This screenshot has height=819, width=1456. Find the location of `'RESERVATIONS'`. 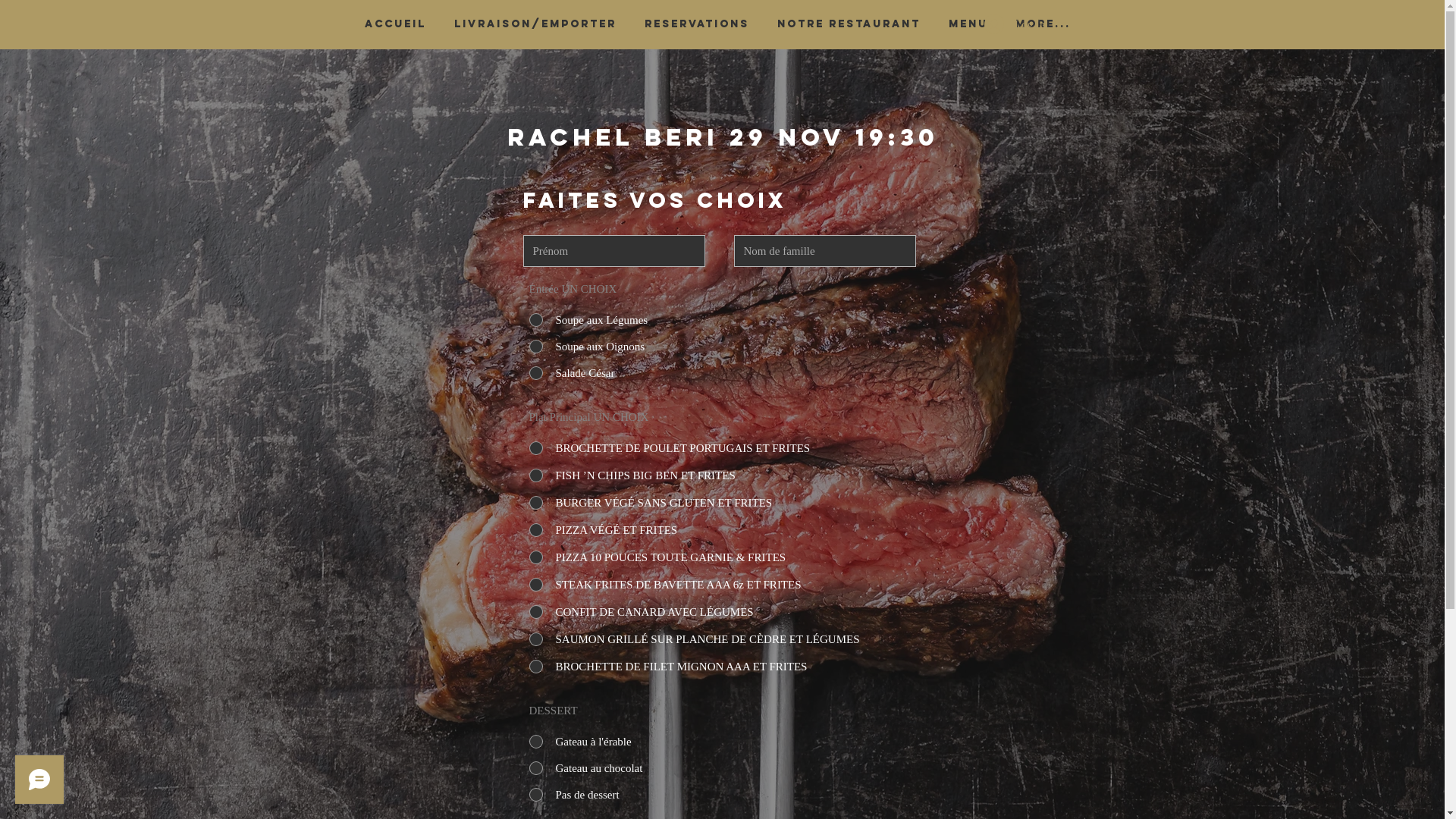

'RESERVATIONS' is located at coordinates (696, 24).